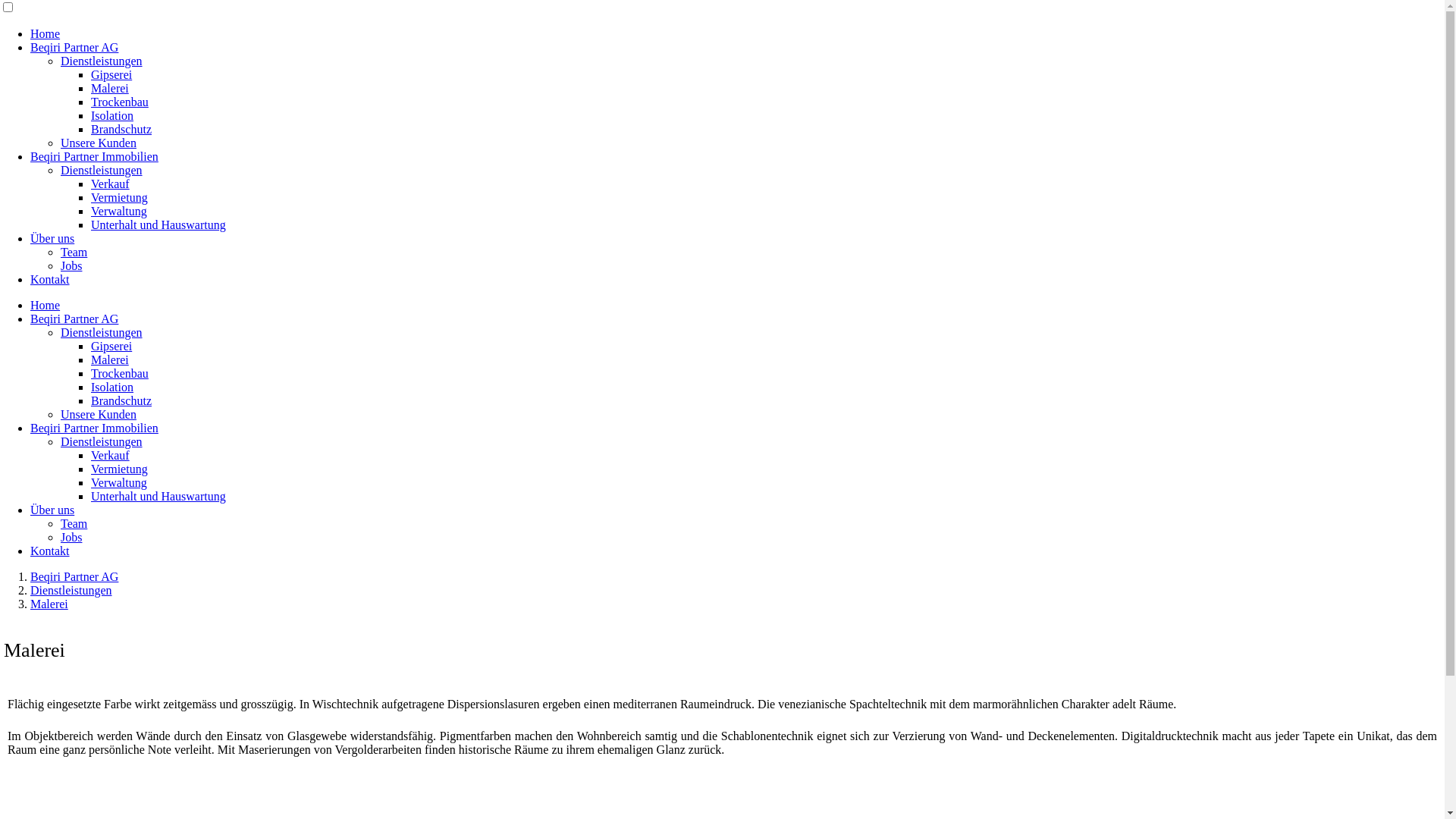 The image size is (1456, 819). I want to click on 'Beqiri Partner Immobilien', so click(93, 428).